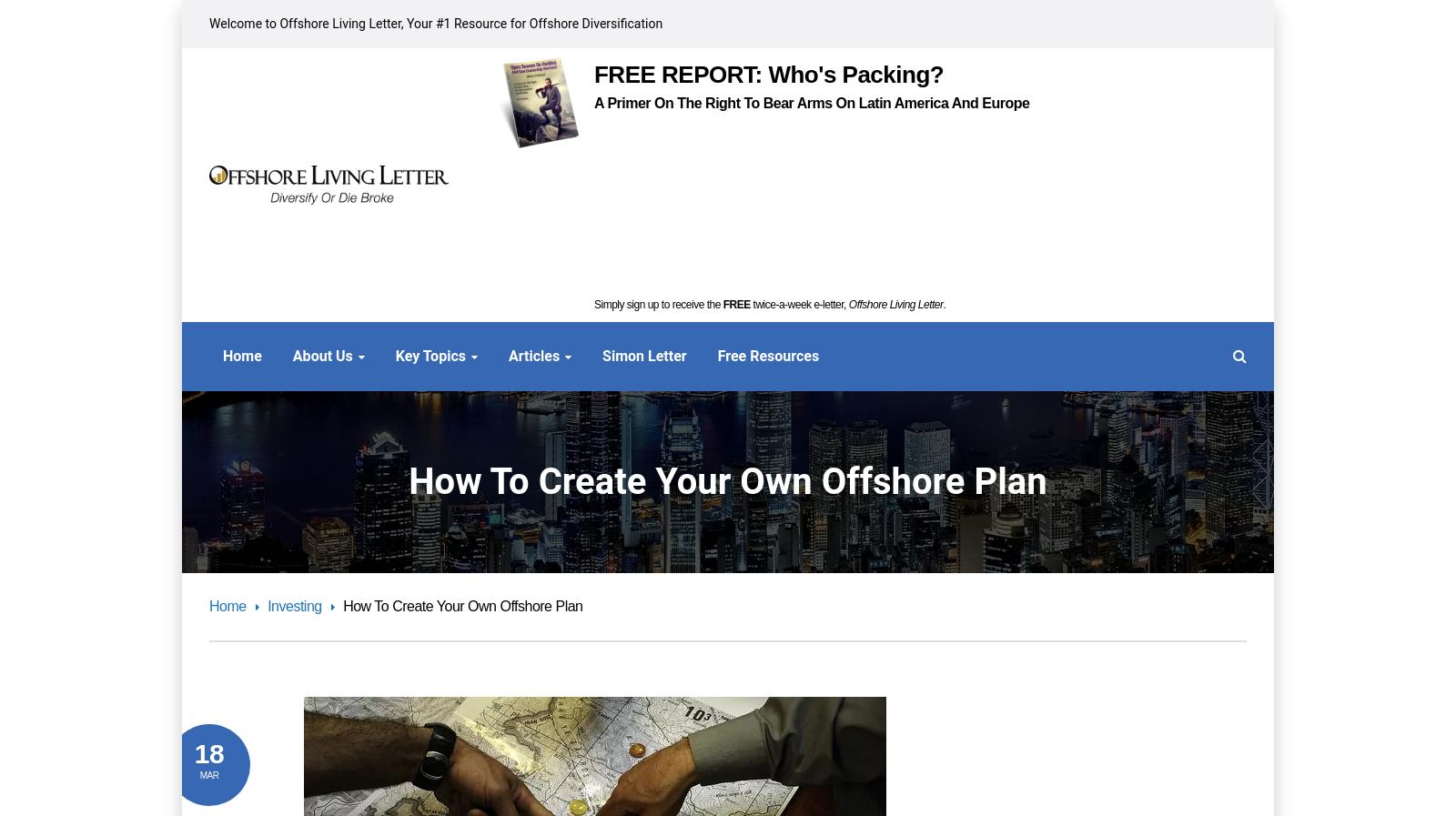  I want to click on 'Explore All Offshore Topics', so click(1143, 758).